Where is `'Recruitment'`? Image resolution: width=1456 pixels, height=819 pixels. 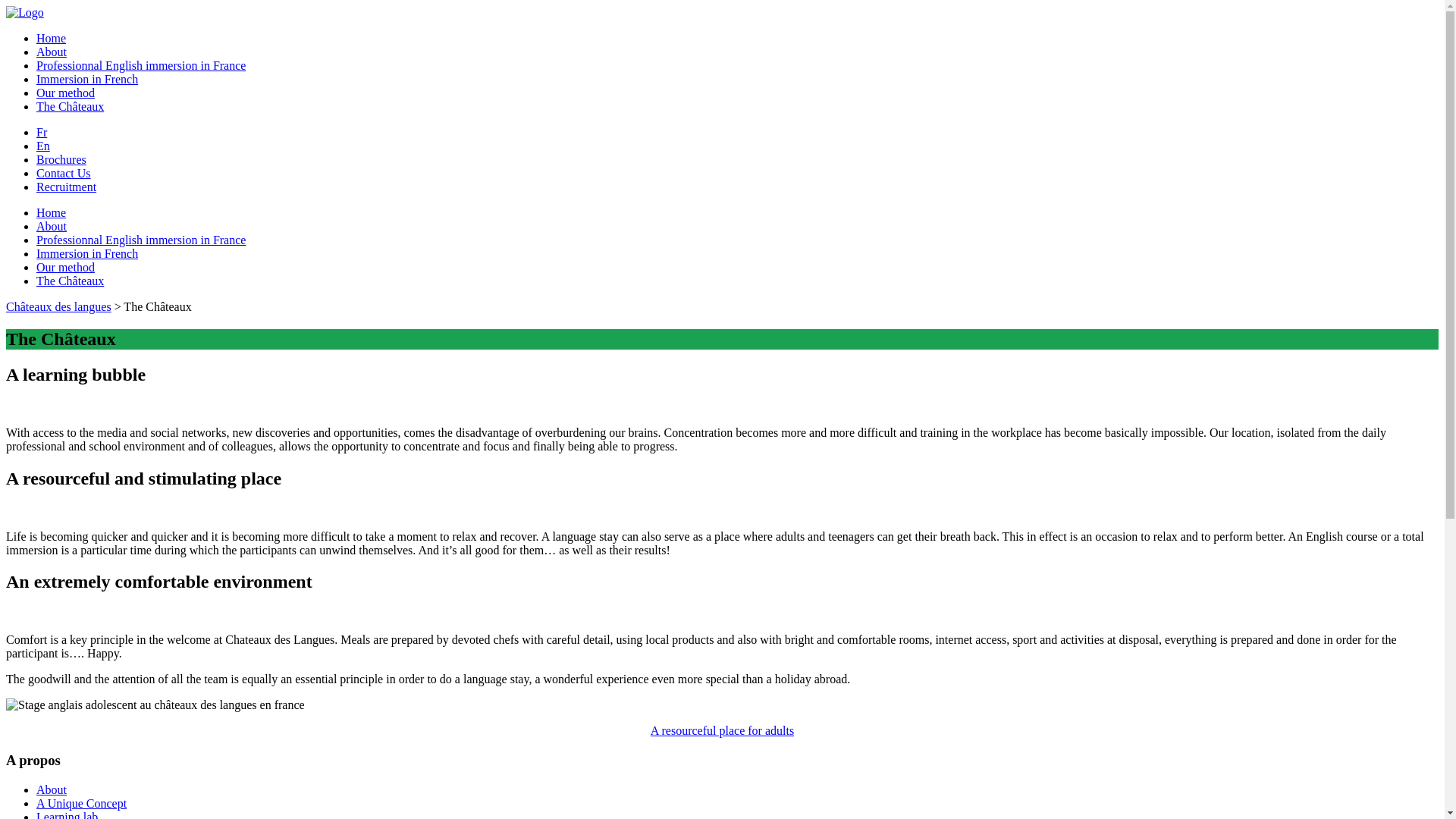
'Recruitment' is located at coordinates (65, 186).